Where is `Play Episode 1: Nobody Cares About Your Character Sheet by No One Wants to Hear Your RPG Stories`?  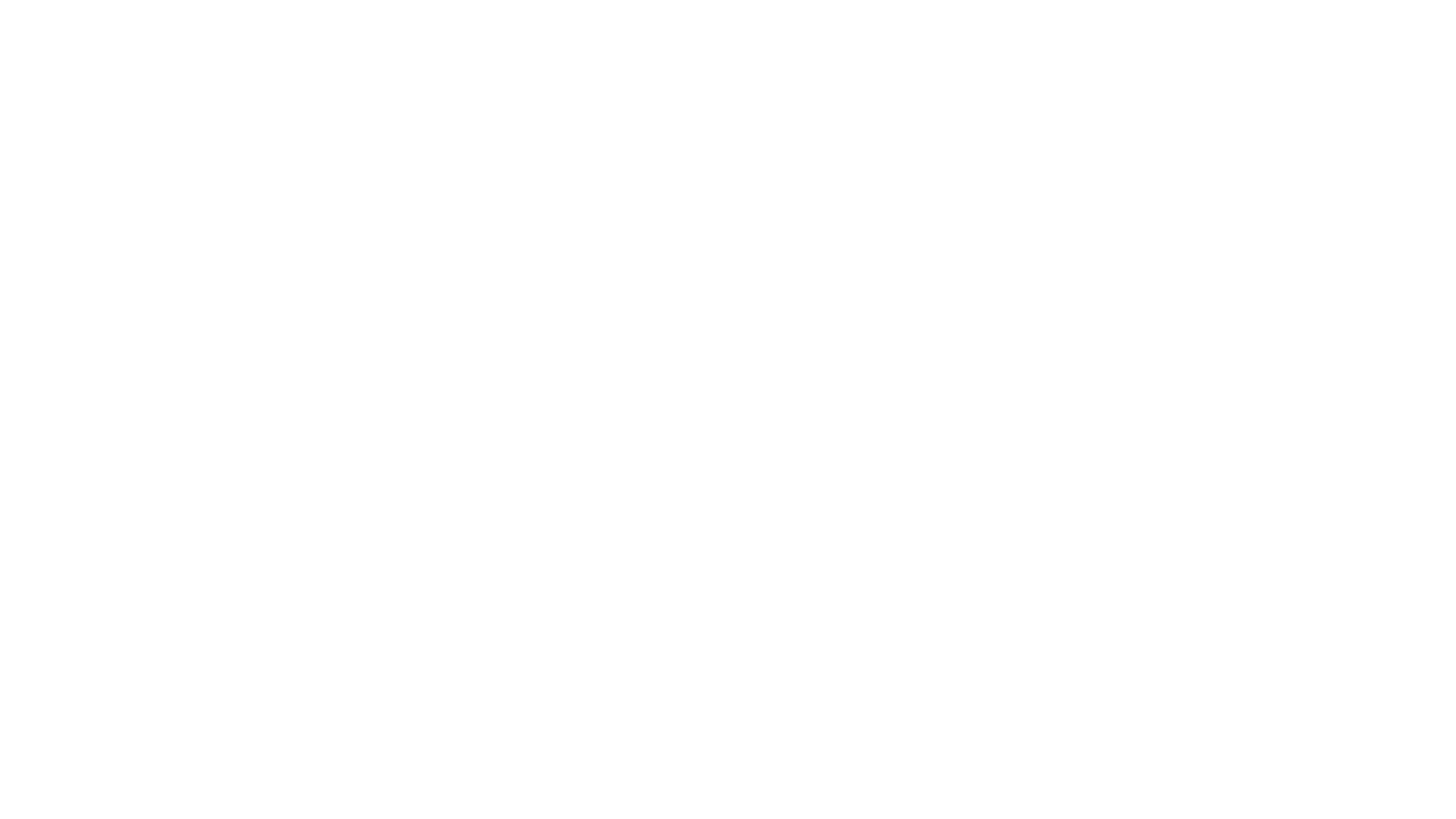 Play Episode 1: Nobody Cares About Your Character Sheet by No One Wants to Hear Your RPG Stories is located at coordinates (203, 552).